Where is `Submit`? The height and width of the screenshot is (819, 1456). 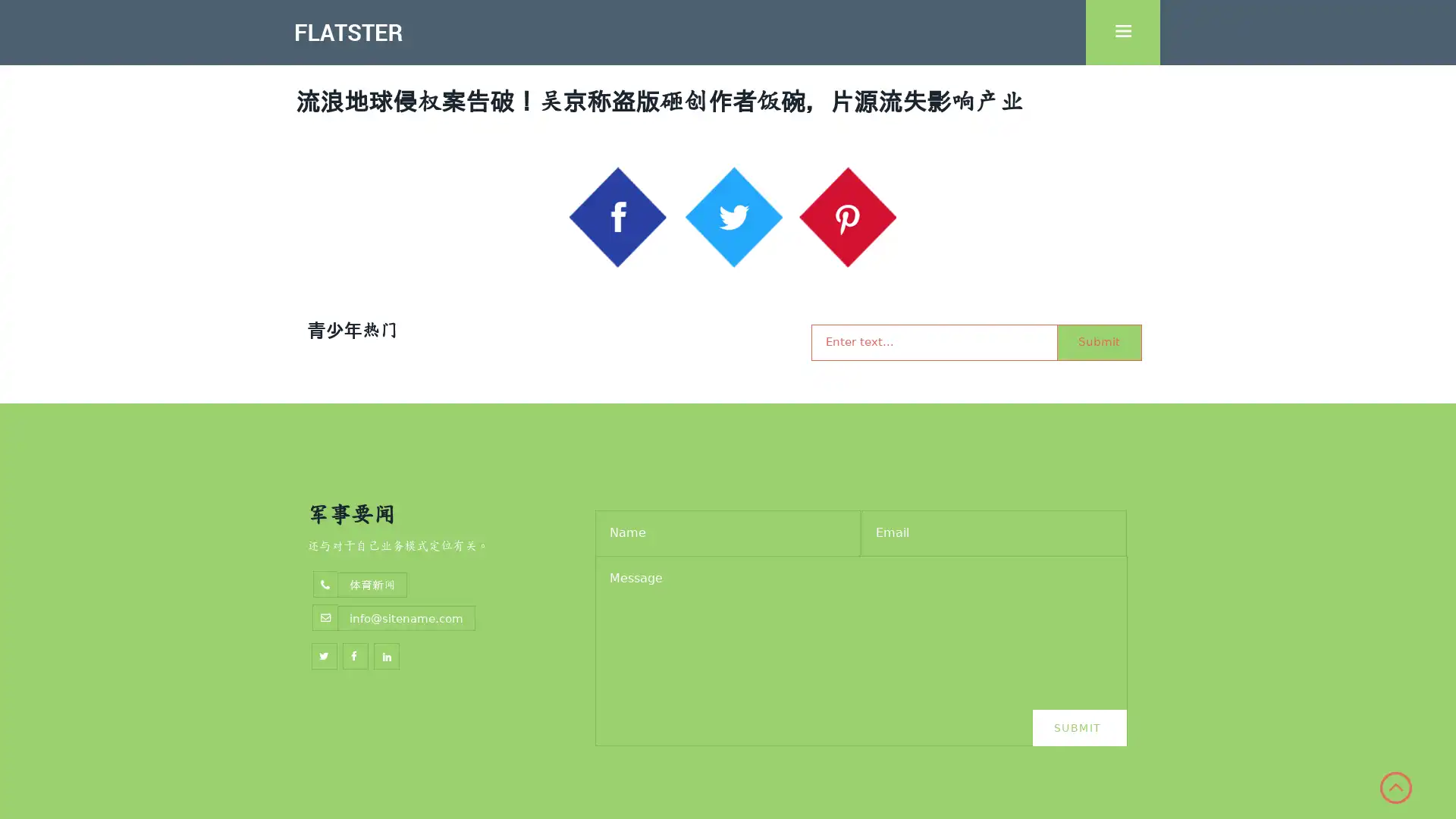 Submit is located at coordinates (1093, 342).